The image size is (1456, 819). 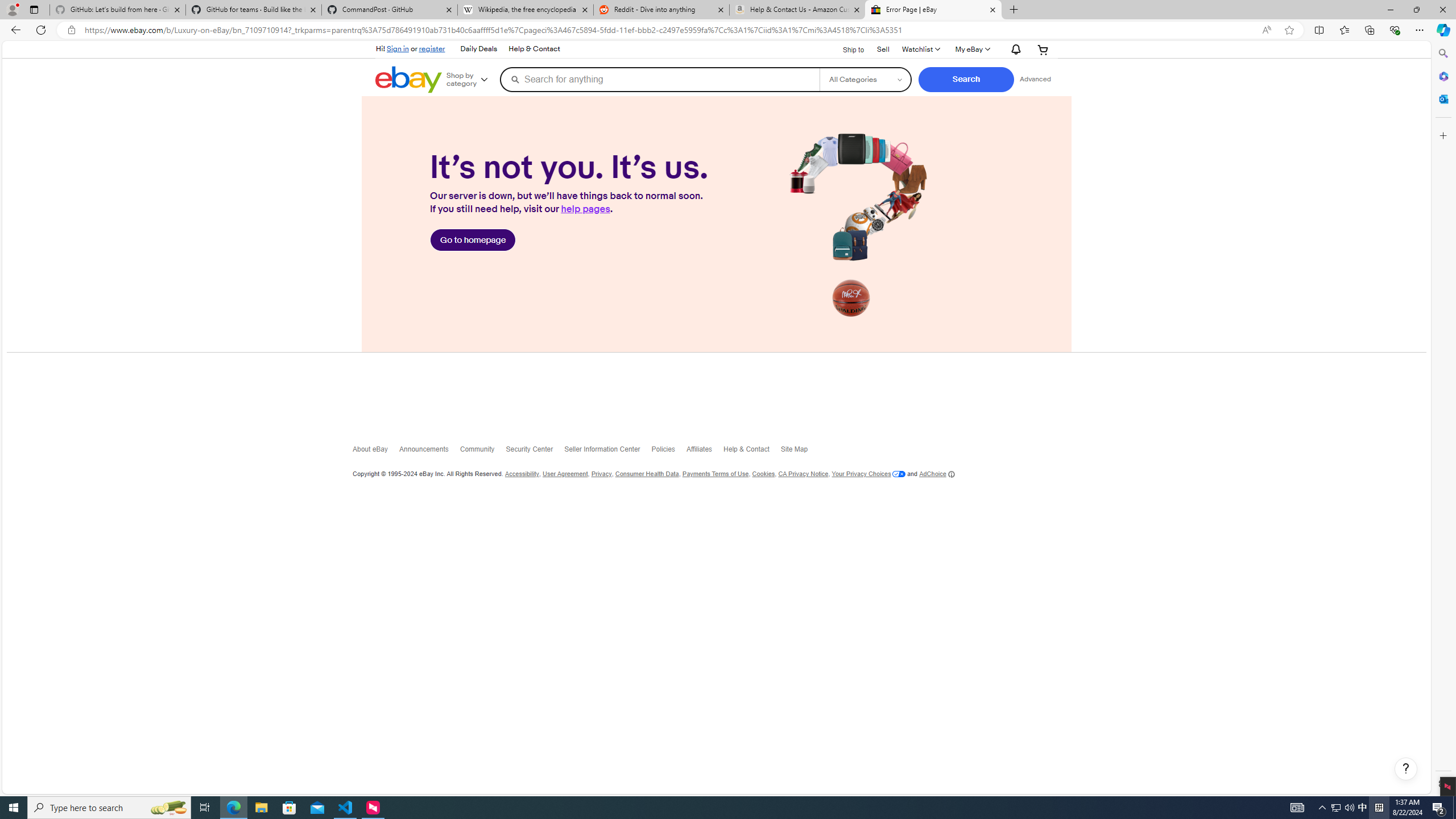 What do you see at coordinates (705, 451) in the screenshot?
I see `'Affiliates'` at bounding box center [705, 451].